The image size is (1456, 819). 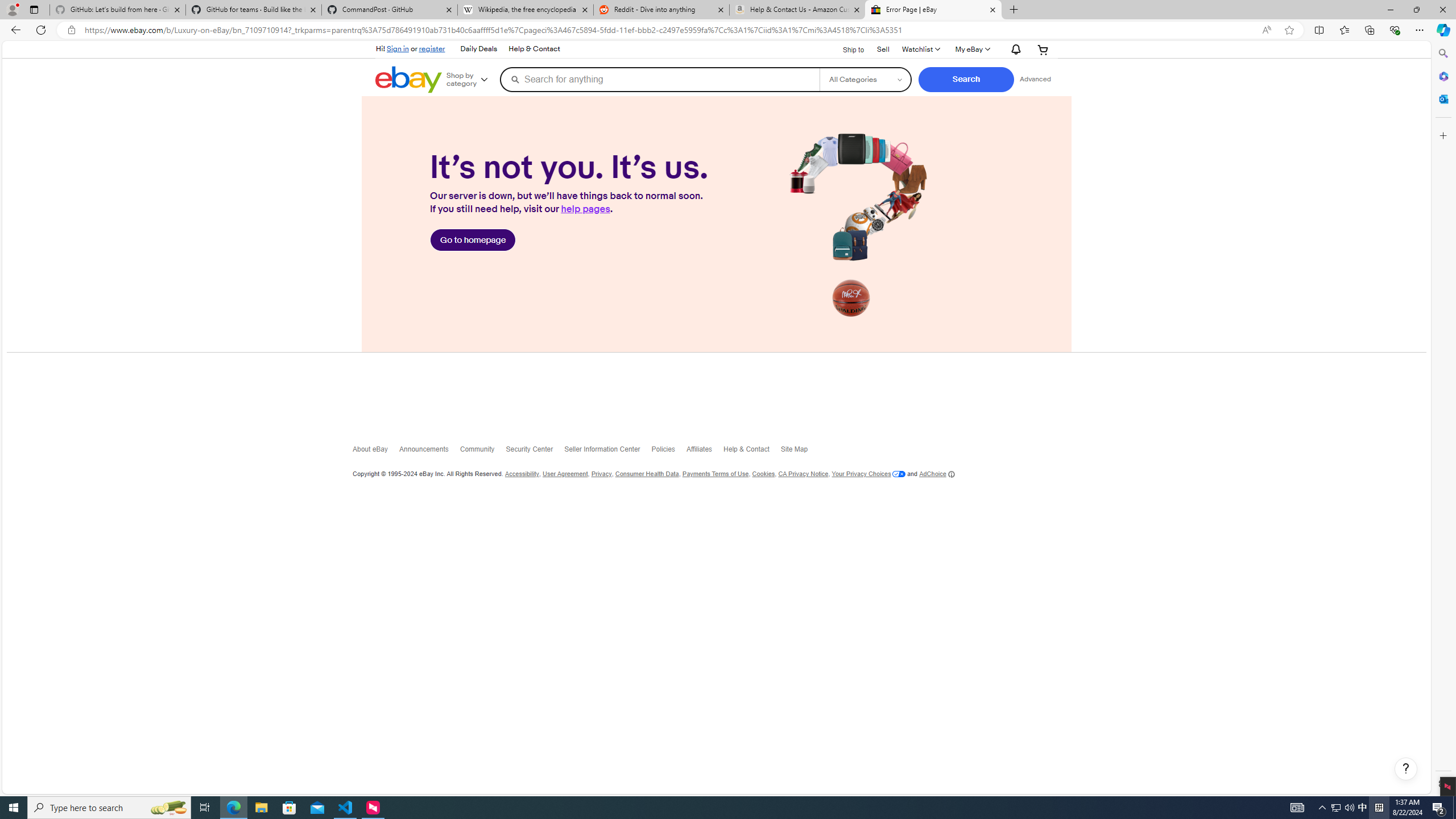 What do you see at coordinates (705, 451) in the screenshot?
I see `'Affiliates'` at bounding box center [705, 451].